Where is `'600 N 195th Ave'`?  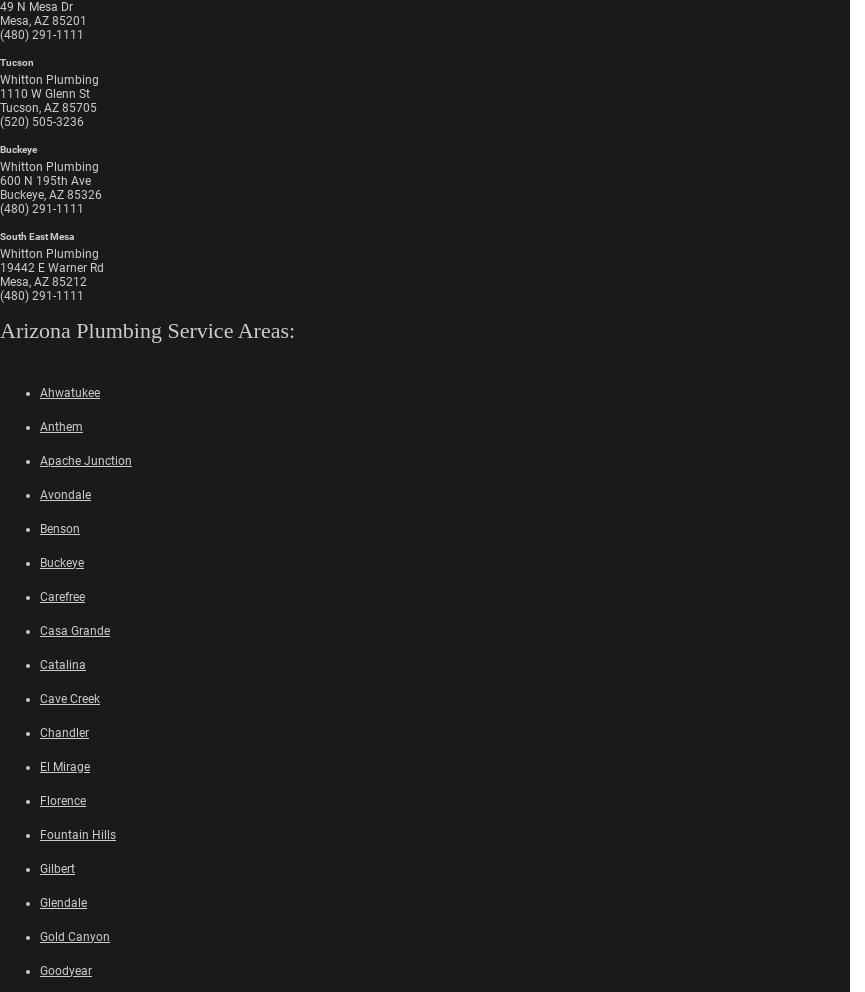
'600 N 195th Ave' is located at coordinates (45, 179).